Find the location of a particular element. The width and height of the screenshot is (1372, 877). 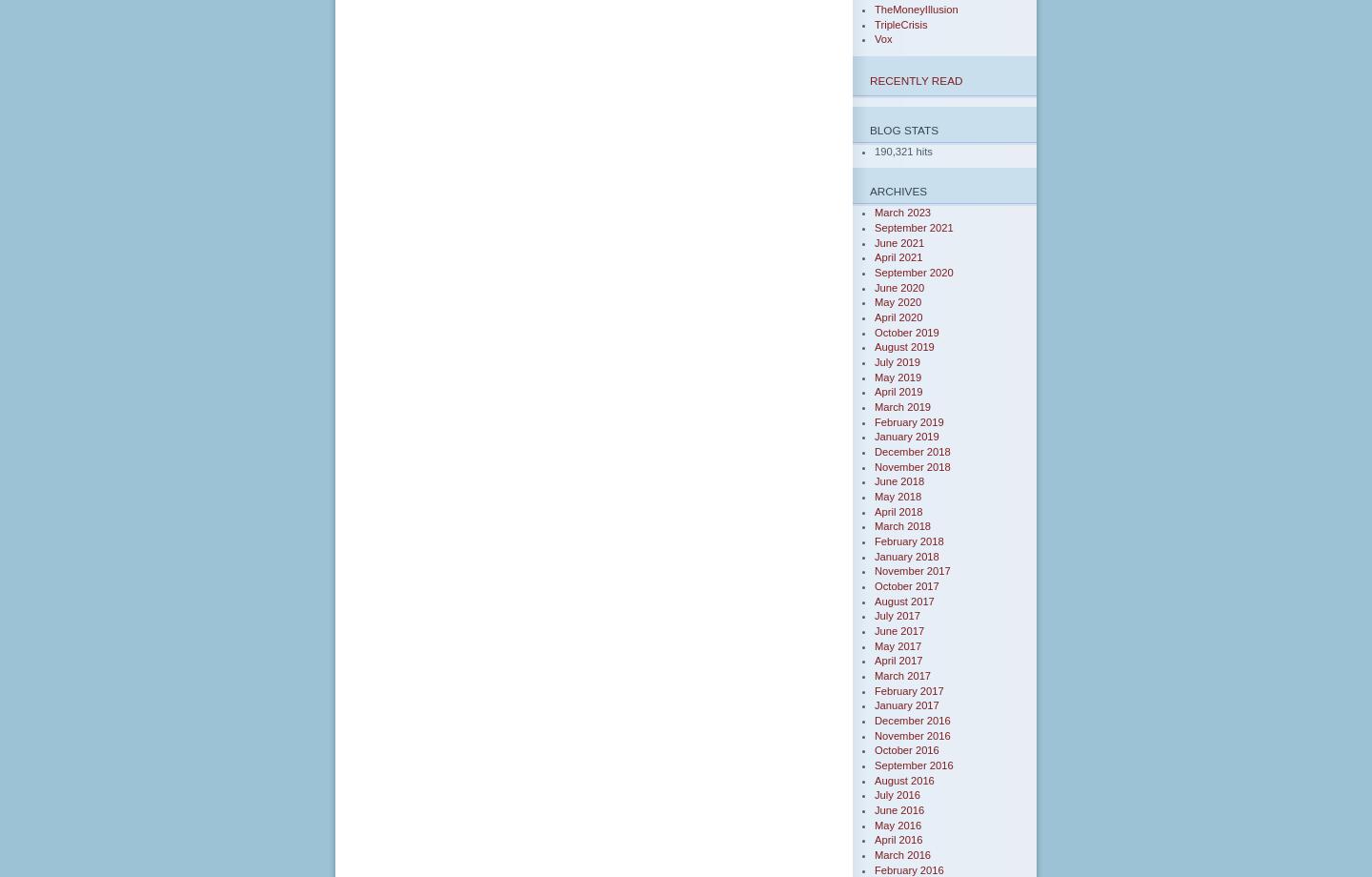

'December 2018' is located at coordinates (912, 450).